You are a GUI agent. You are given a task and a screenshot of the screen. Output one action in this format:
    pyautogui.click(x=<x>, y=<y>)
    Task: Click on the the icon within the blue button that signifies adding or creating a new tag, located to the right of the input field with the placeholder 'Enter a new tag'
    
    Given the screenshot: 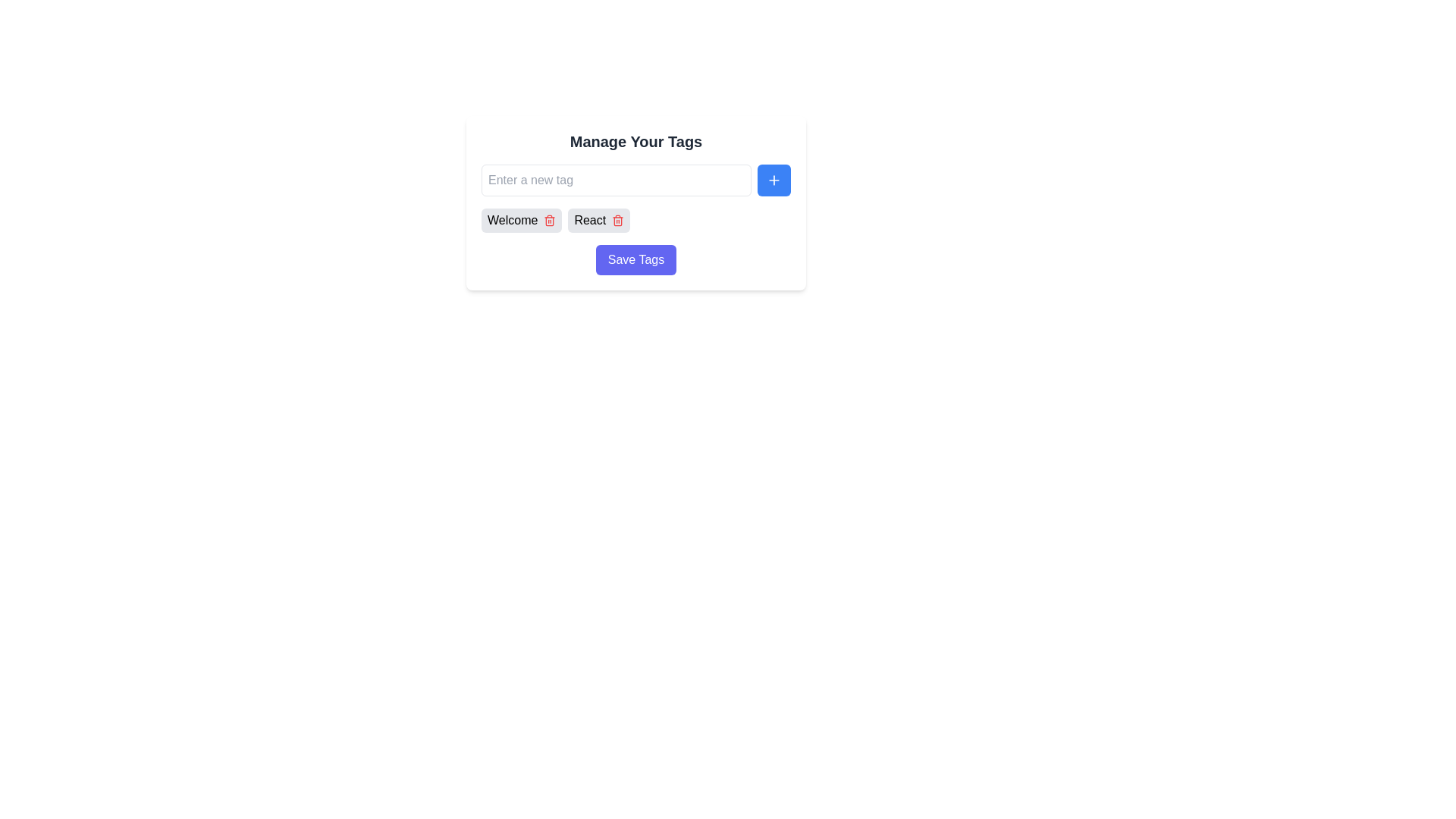 What is the action you would take?
    pyautogui.click(x=774, y=180)
    